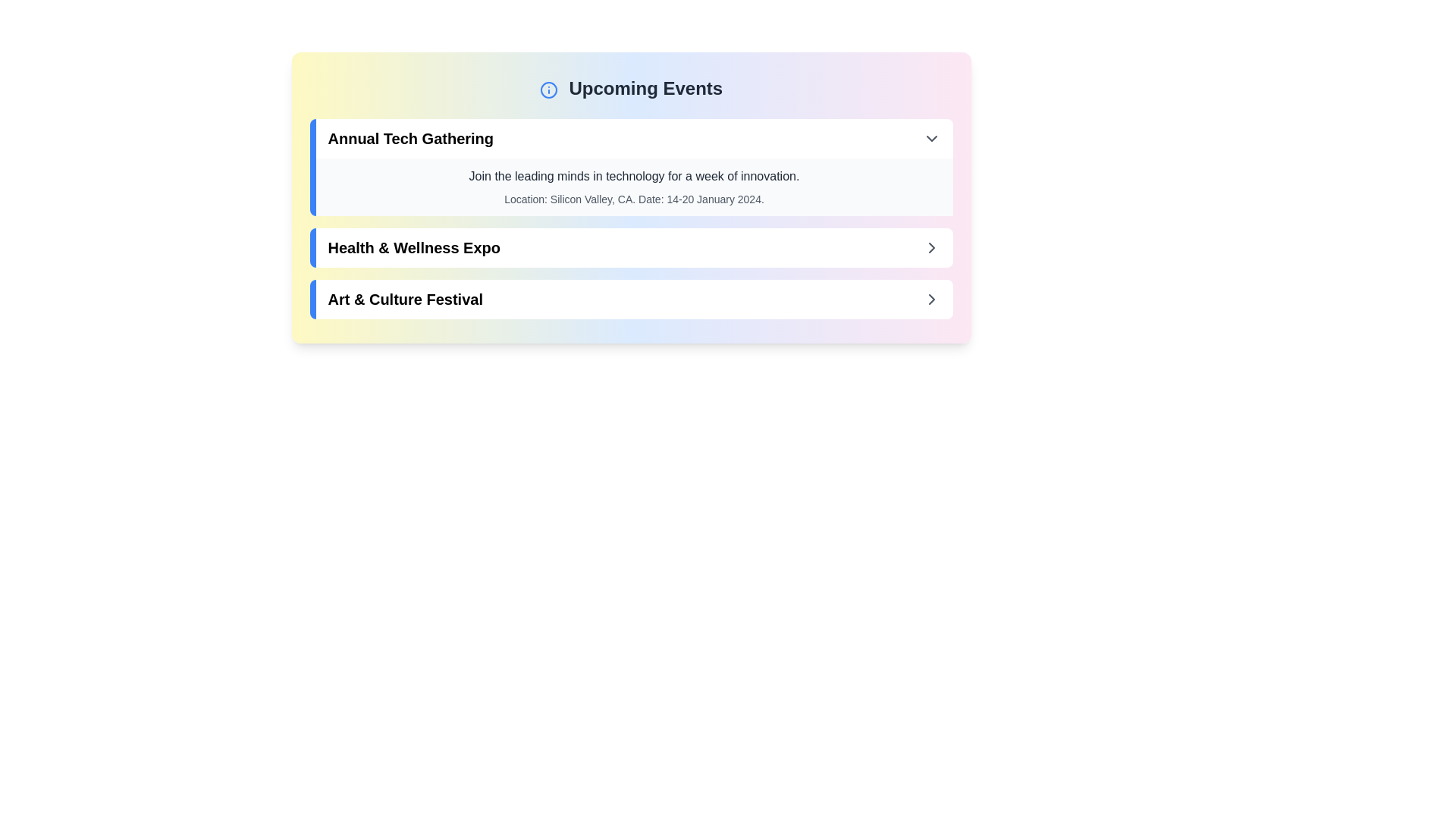 The width and height of the screenshot is (1456, 819). What do you see at coordinates (631, 88) in the screenshot?
I see `the text-based header that indicates the section for upcoming events, positioned at the top of the section above event descriptions` at bounding box center [631, 88].